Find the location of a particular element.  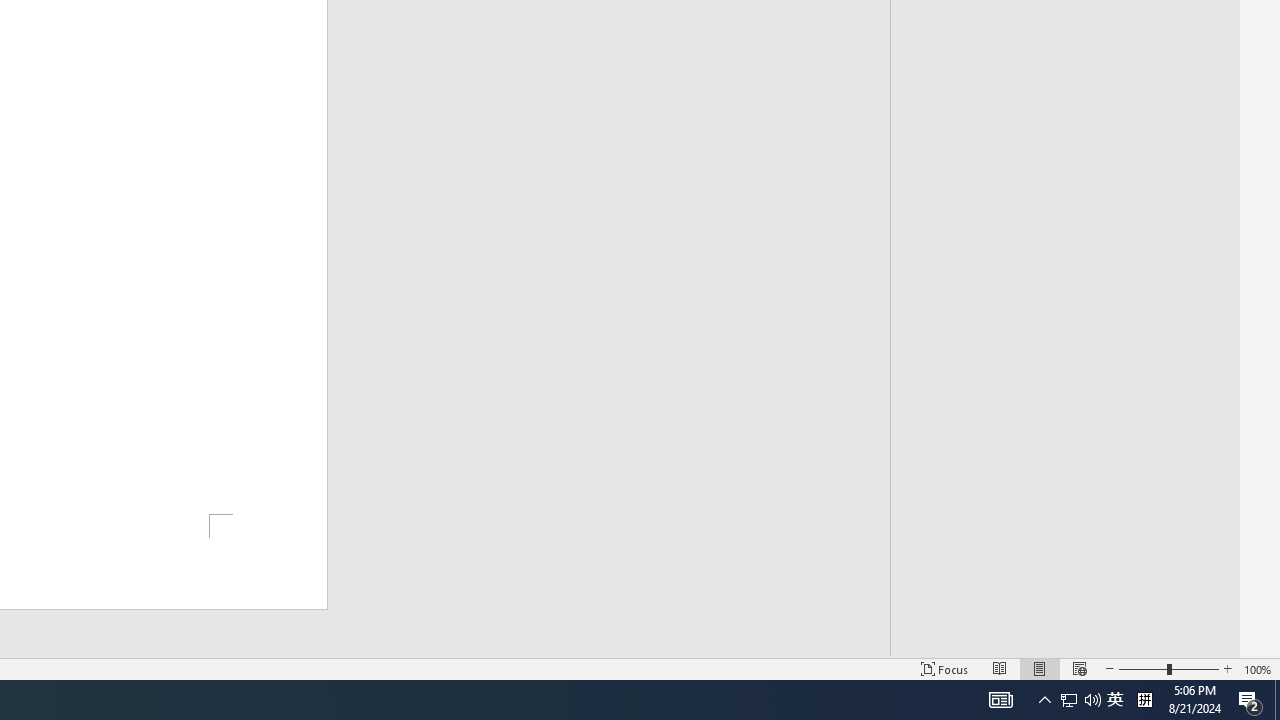

'Zoom 100%' is located at coordinates (1257, 669).